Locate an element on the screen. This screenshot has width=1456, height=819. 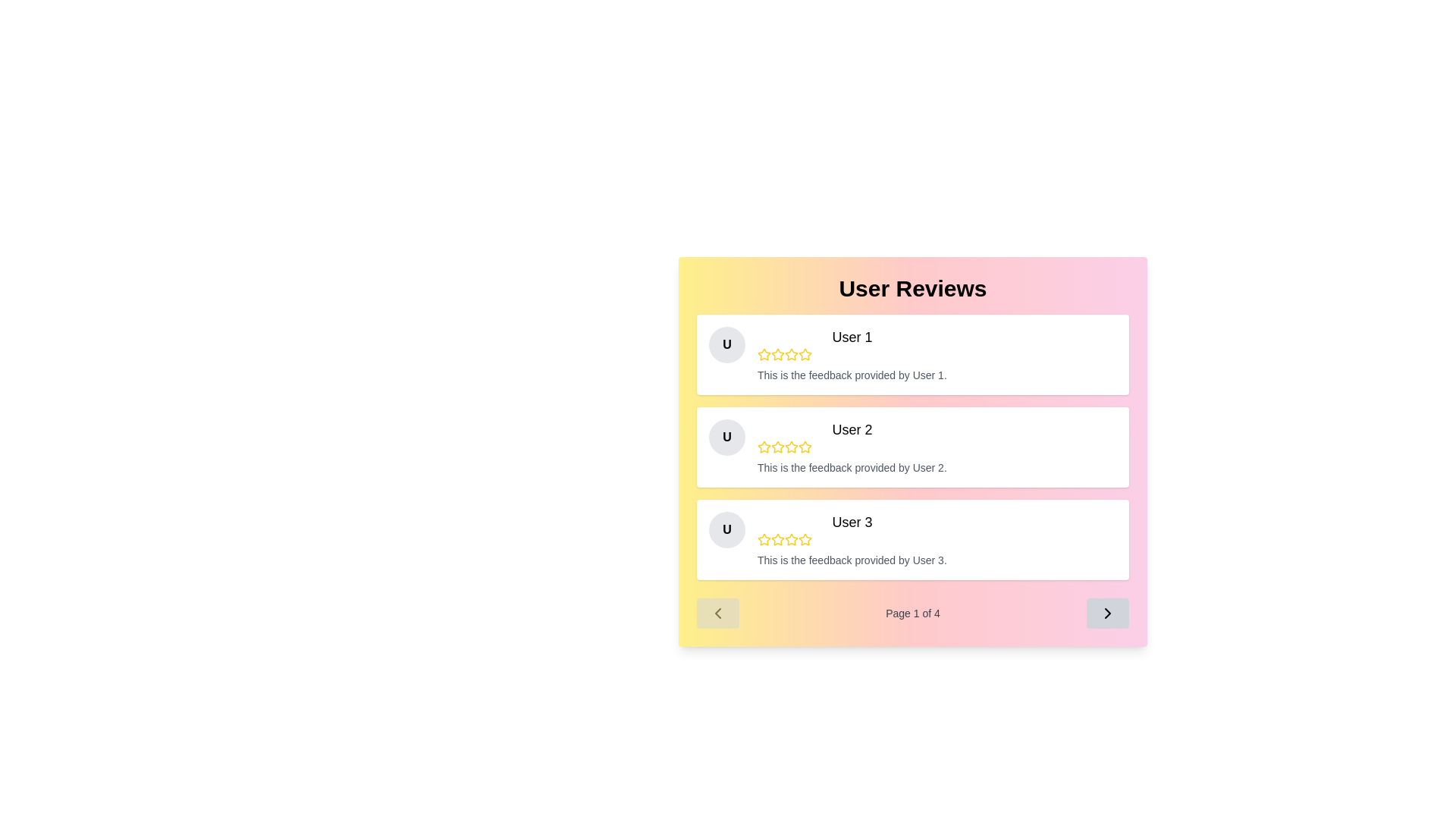
the sixth yellow star icon representing a rating indicator for the first user review is located at coordinates (804, 354).